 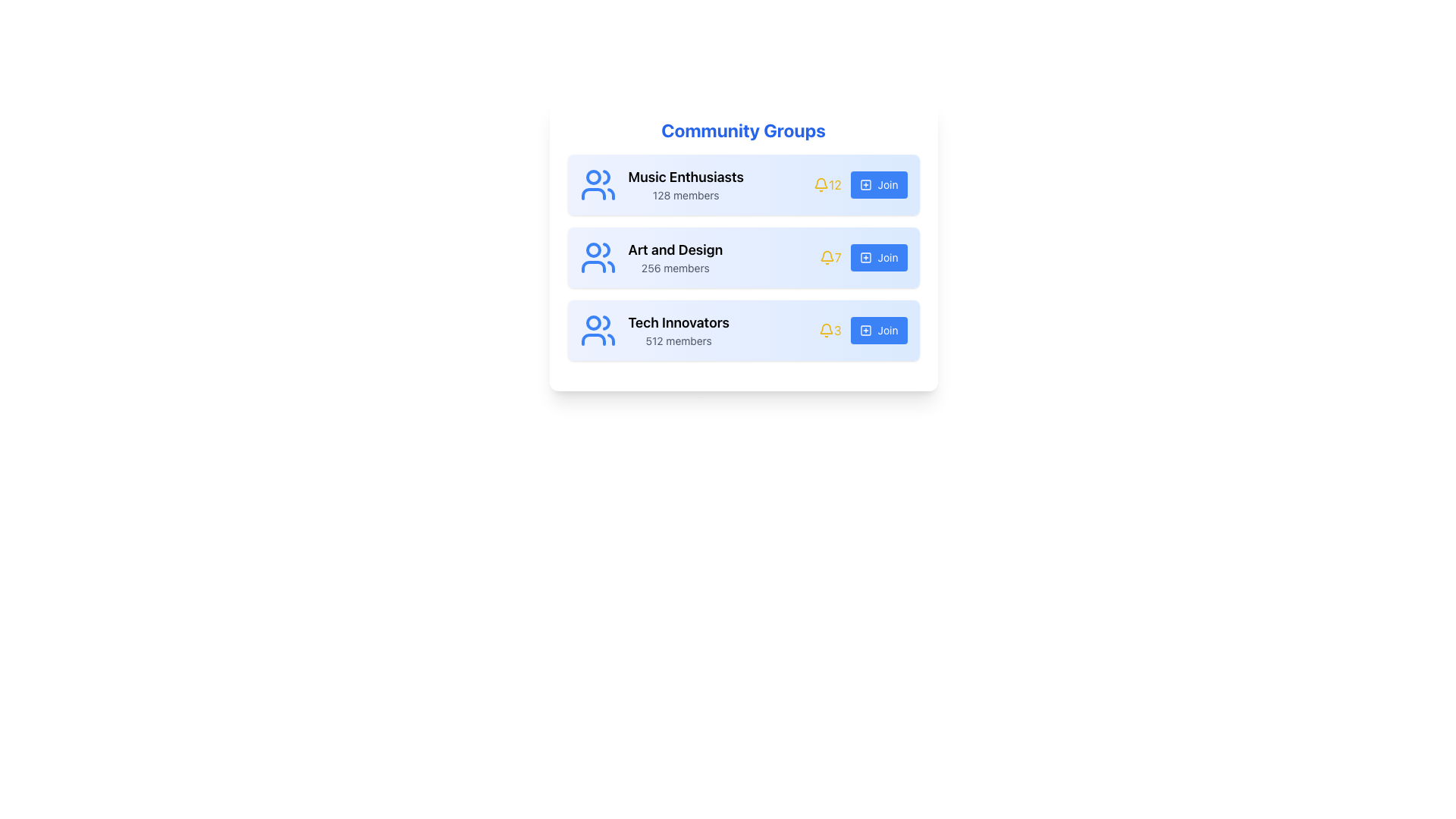 I want to click on the blue join button located in the 'Music Enthusiasts 128 members 12 Join' section, positioned to the right of the yellow notification count '12' and bell icon, to join the group, so click(x=859, y=184).